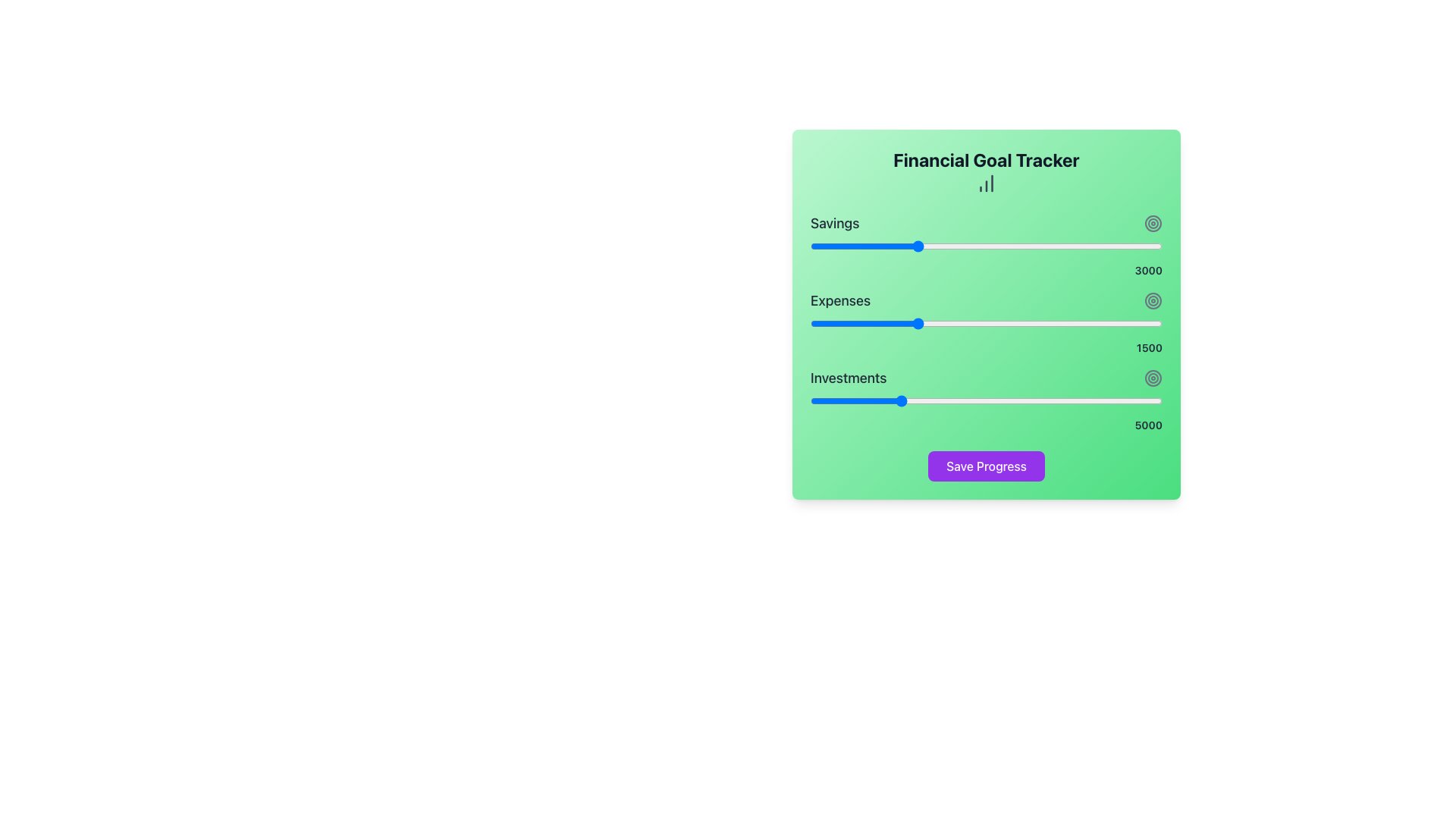  What do you see at coordinates (983, 245) in the screenshot?
I see `the Savings slider` at bounding box center [983, 245].